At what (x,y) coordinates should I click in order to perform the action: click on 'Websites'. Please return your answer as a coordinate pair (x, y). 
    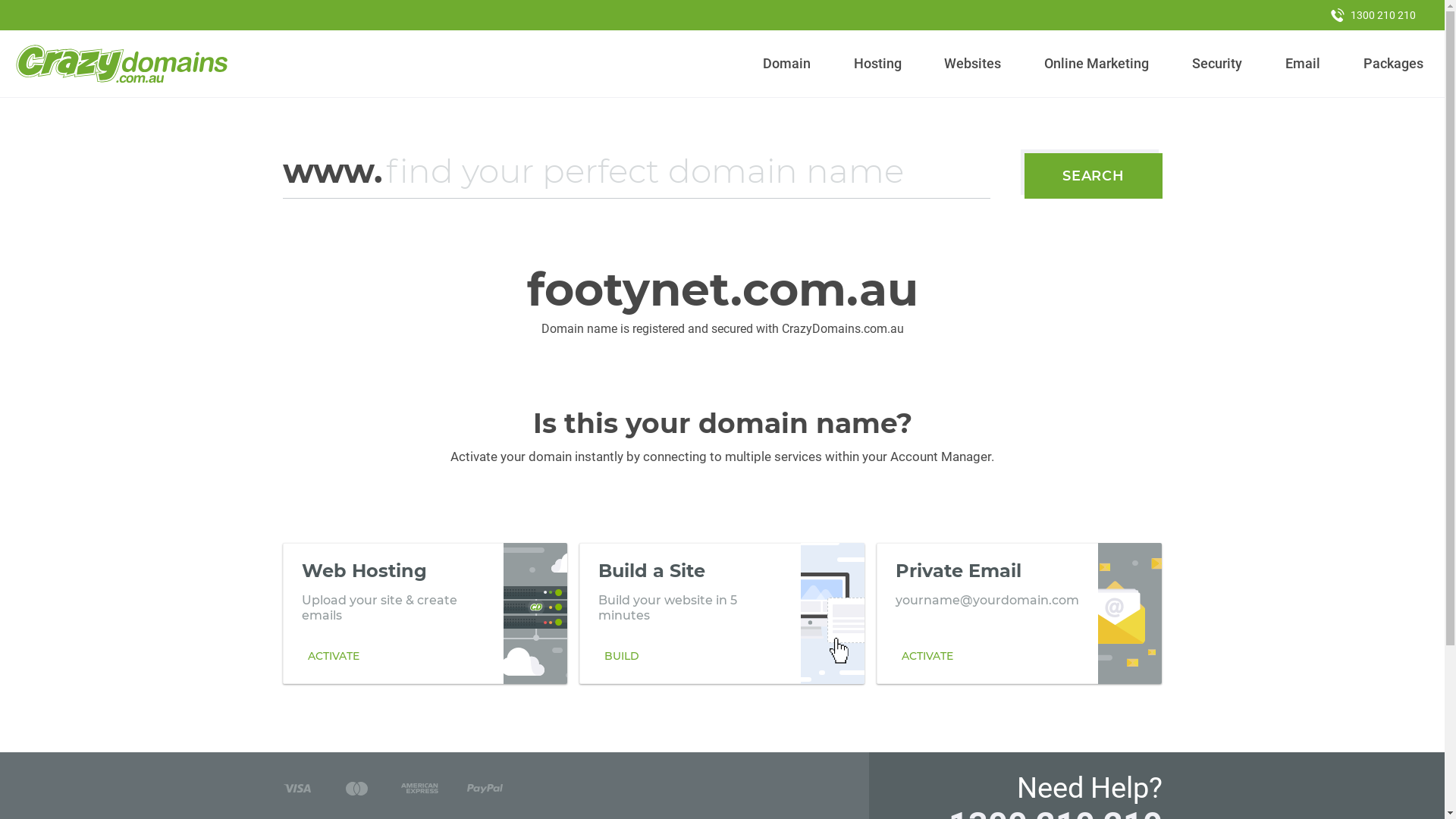
    Looking at the image, I should click on (937, 63).